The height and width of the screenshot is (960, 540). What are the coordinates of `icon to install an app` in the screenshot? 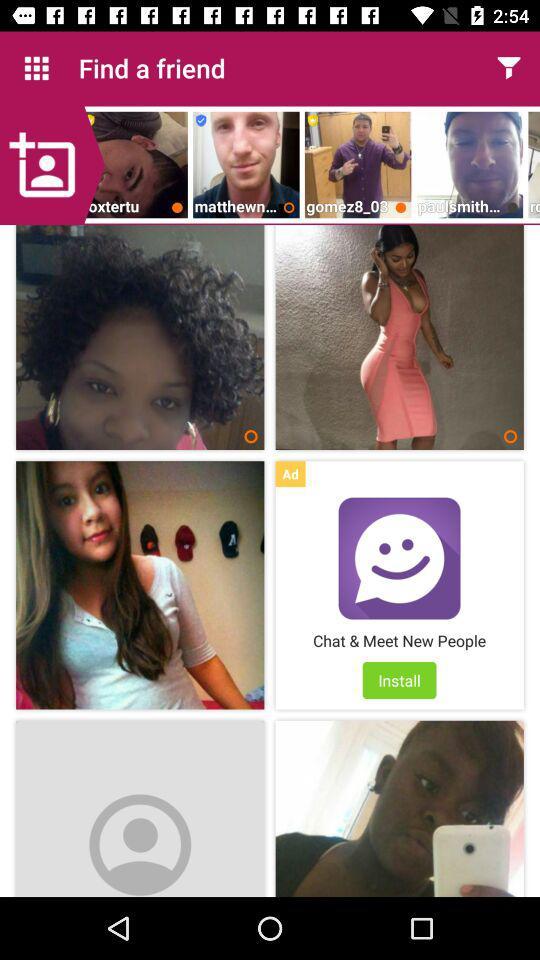 It's located at (399, 558).